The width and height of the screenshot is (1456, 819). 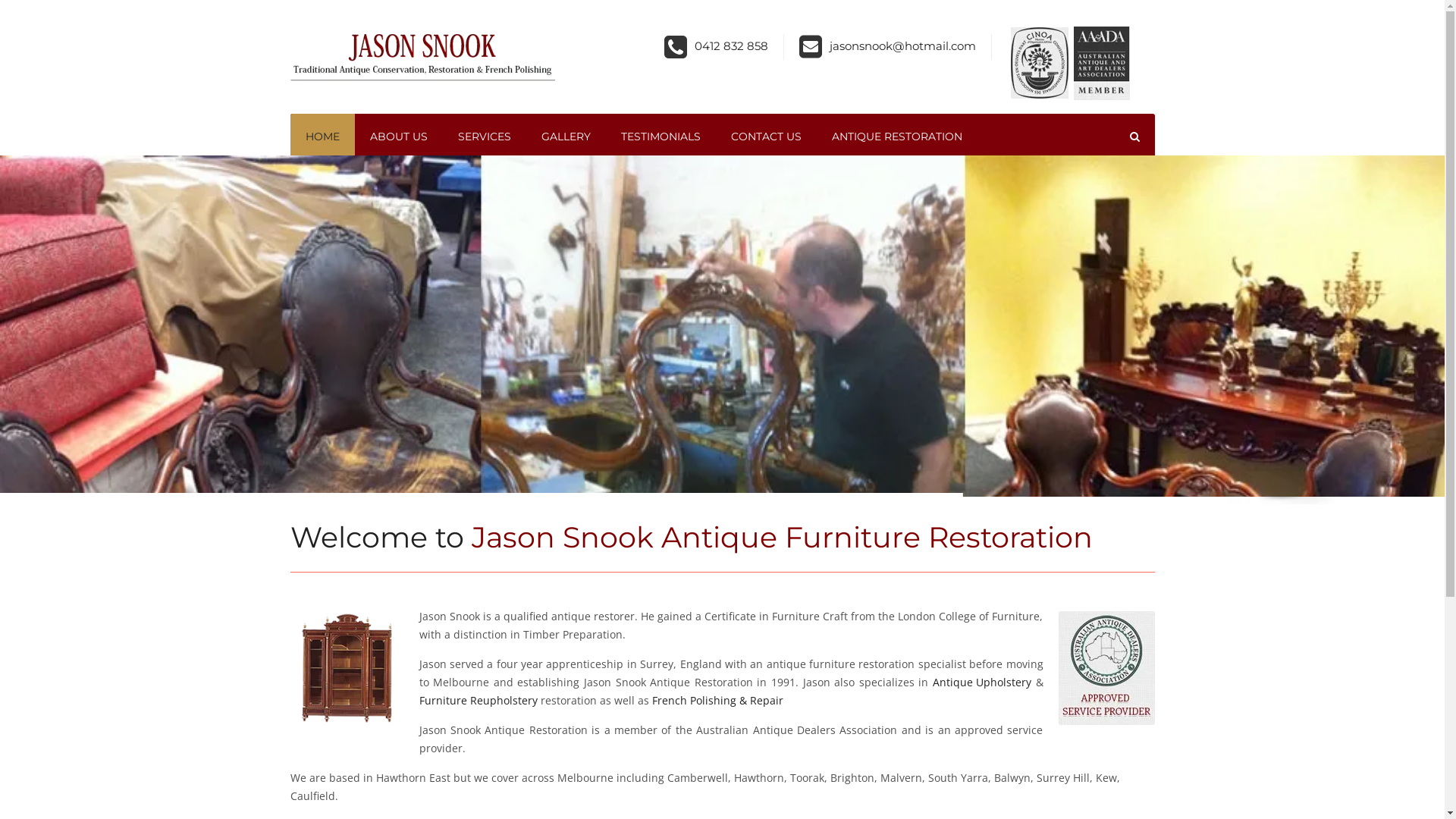 What do you see at coordinates (731, 45) in the screenshot?
I see `'0412 832 858'` at bounding box center [731, 45].